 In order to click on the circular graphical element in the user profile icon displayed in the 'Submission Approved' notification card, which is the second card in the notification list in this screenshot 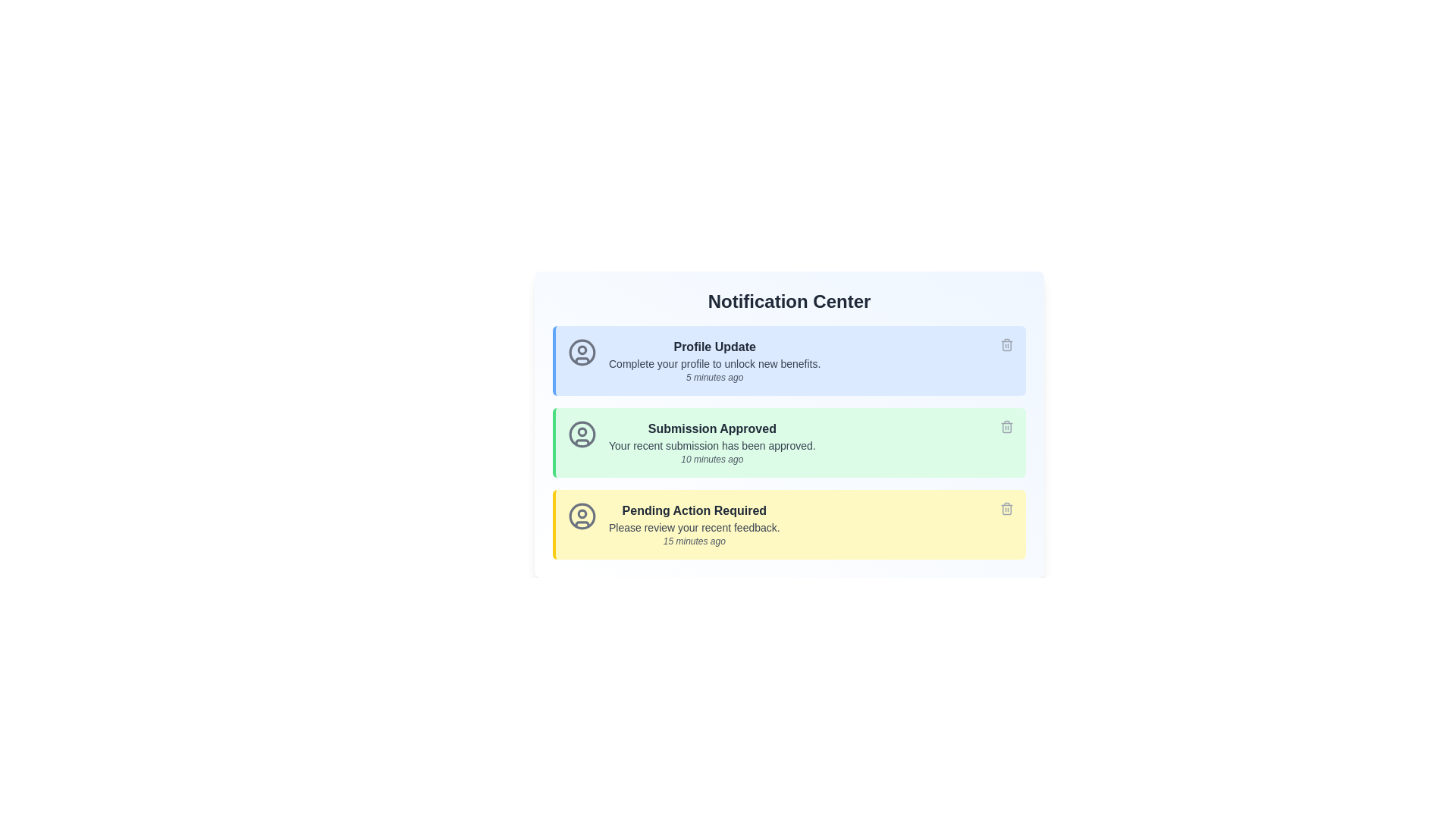, I will do `click(582, 435)`.